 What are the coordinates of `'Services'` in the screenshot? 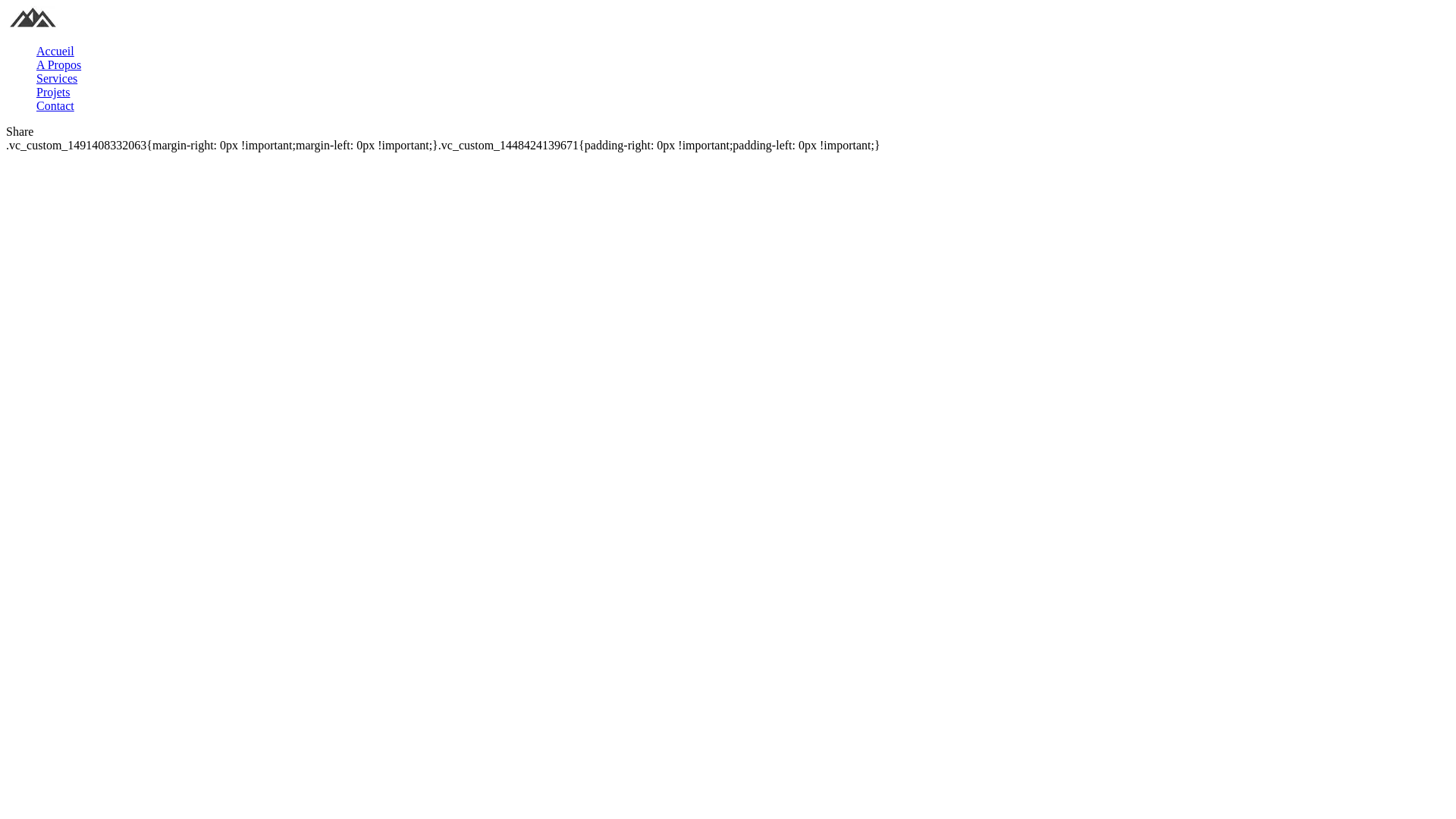 It's located at (57, 78).